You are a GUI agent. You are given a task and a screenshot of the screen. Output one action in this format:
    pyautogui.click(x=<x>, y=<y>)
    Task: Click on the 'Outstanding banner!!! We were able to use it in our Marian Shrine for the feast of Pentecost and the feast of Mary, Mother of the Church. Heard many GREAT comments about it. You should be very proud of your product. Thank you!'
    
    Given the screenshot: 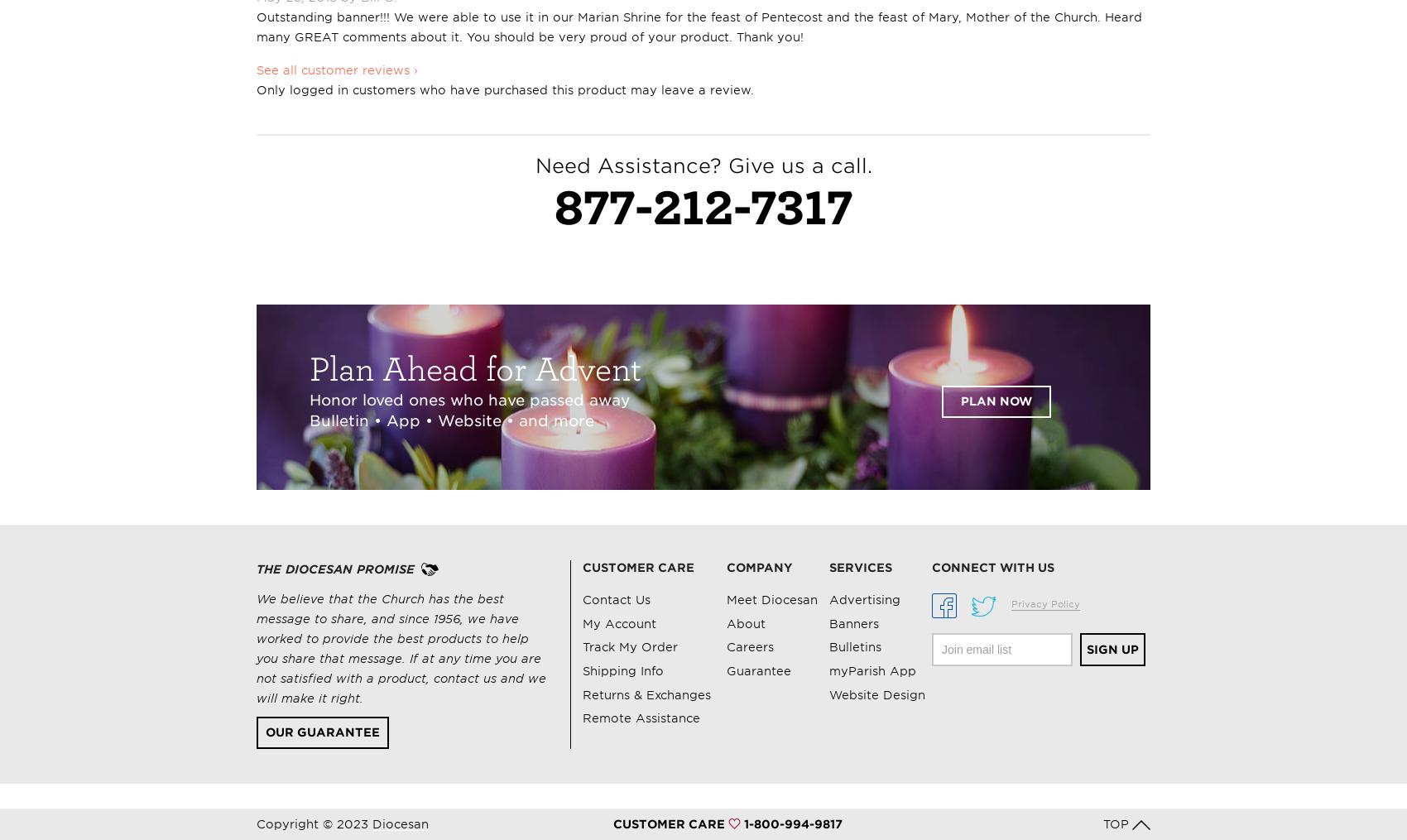 What is the action you would take?
    pyautogui.click(x=257, y=26)
    